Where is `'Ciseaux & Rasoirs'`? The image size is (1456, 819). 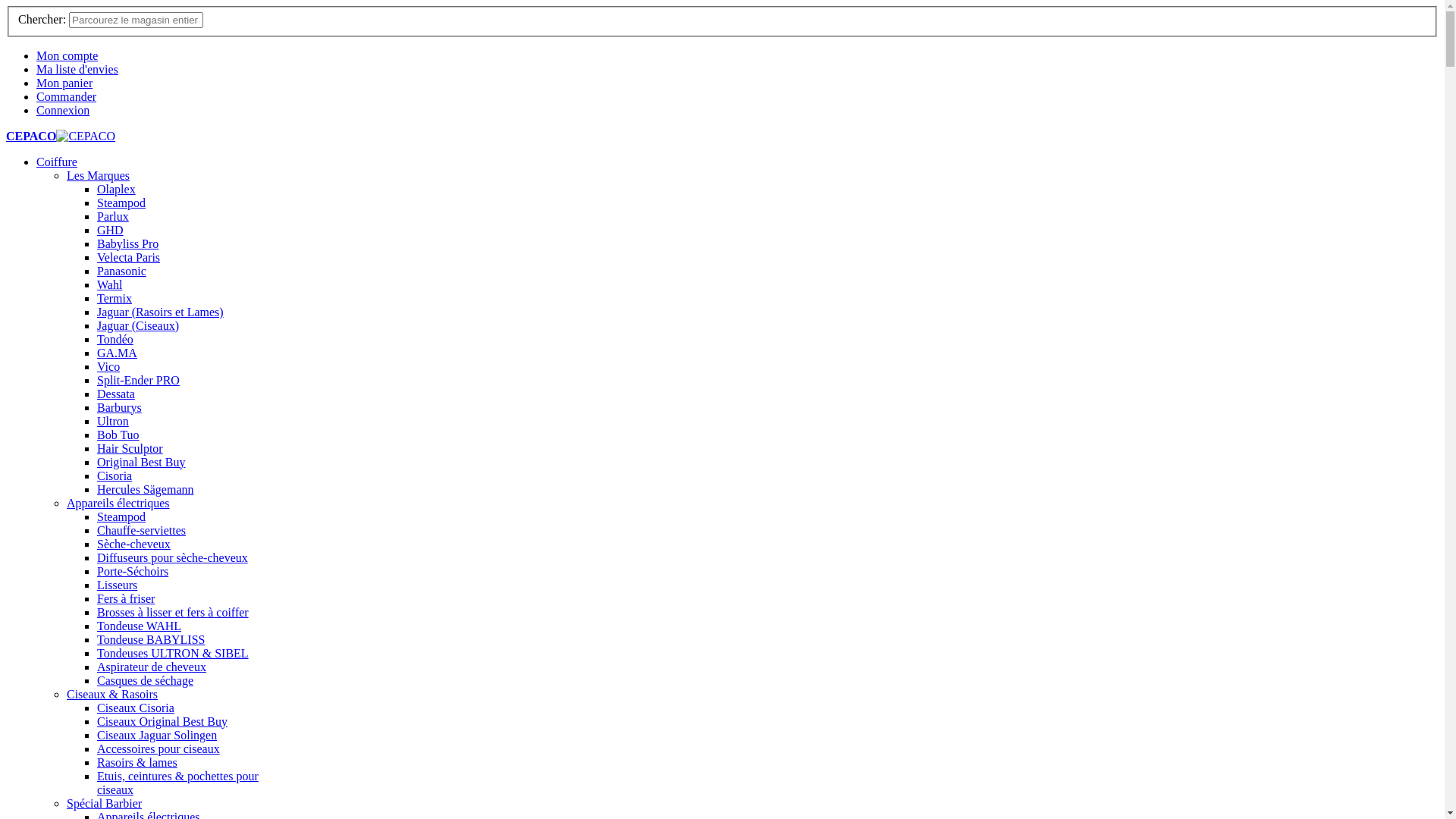
'Ciseaux & Rasoirs' is located at coordinates (111, 694).